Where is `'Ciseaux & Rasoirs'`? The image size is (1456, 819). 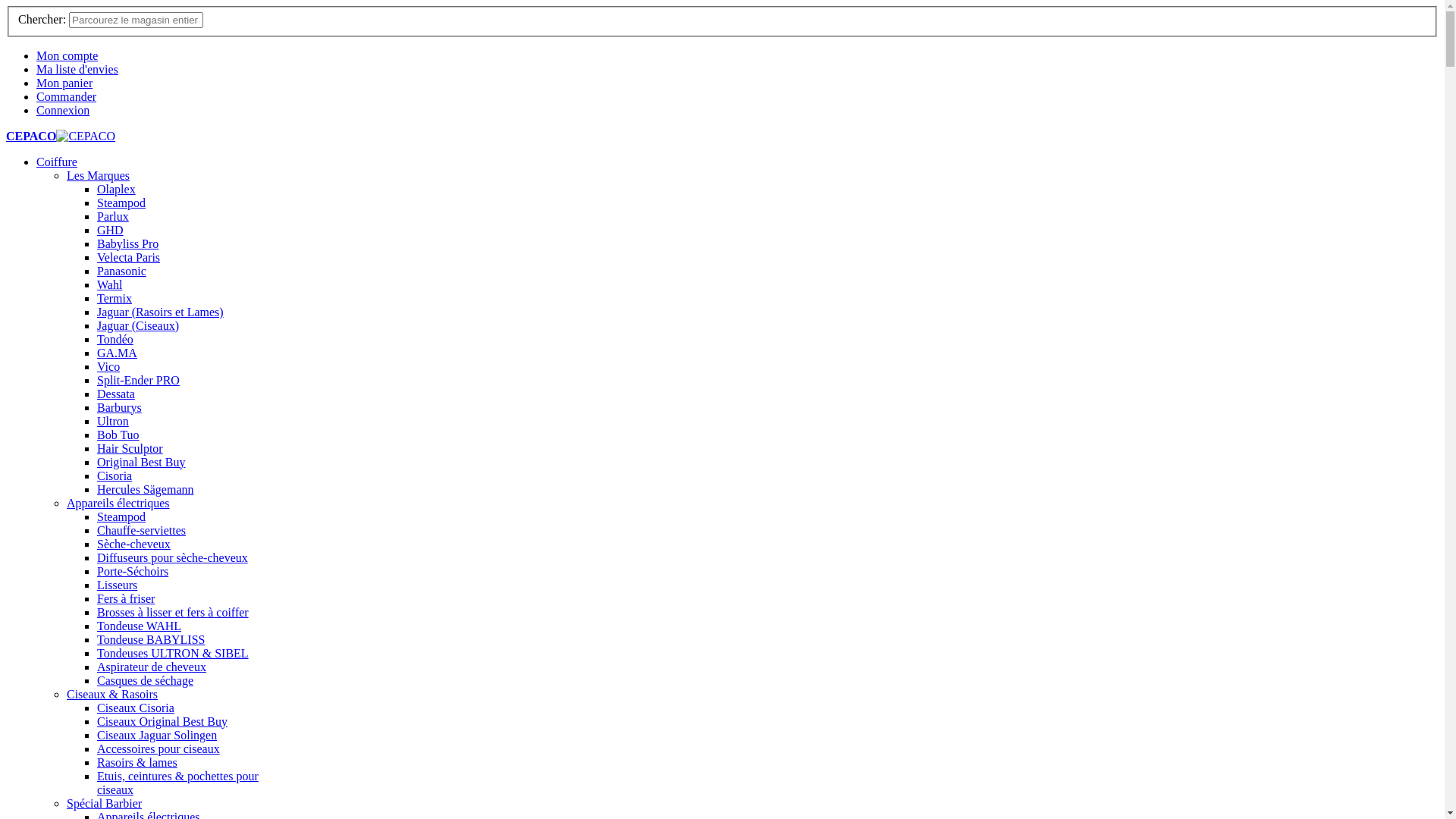
'Ciseaux & Rasoirs' is located at coordinates (111, 694).